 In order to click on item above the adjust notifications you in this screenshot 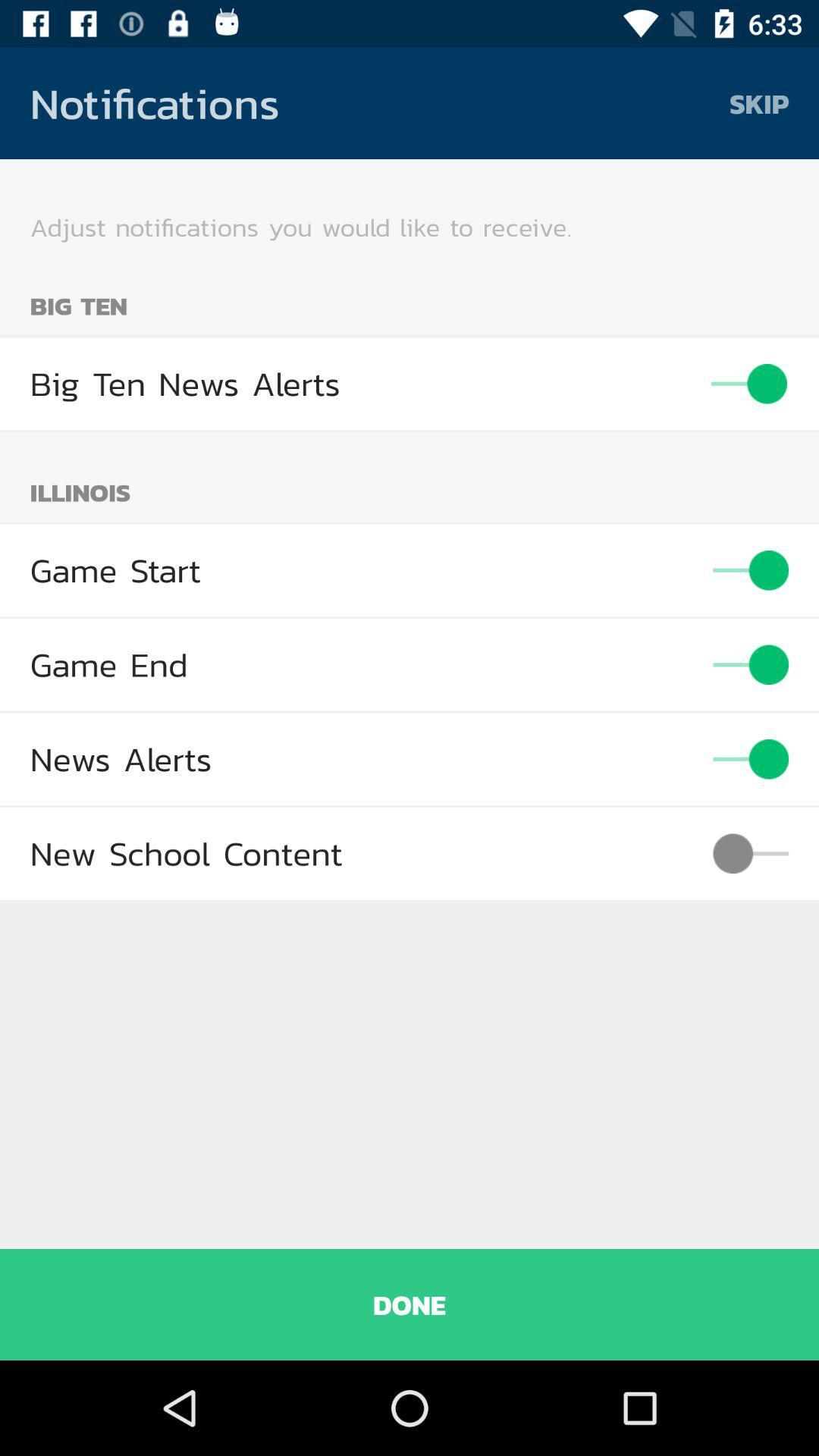, I will do `click(759, 102)`.